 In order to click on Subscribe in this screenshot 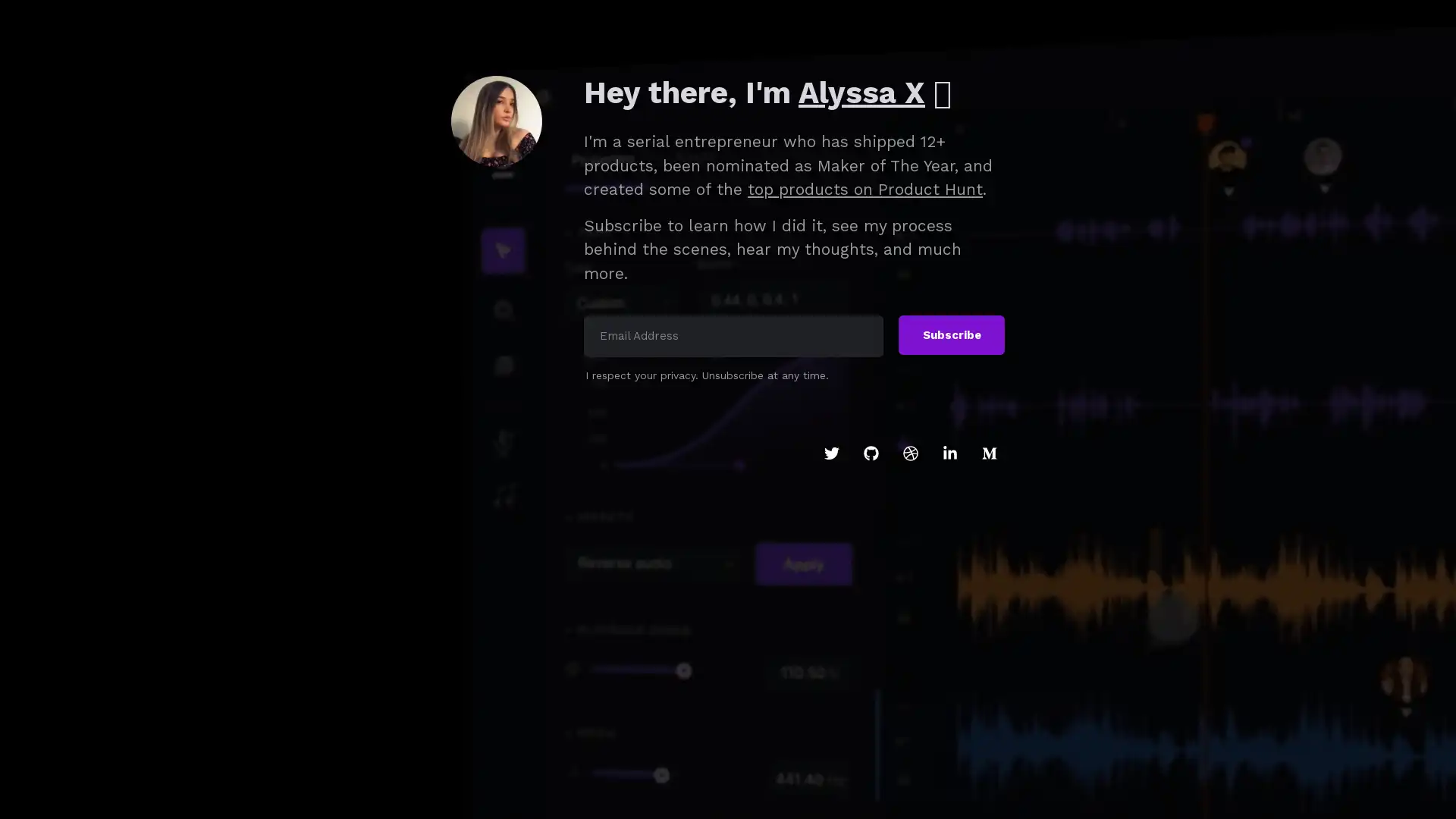, I will do `click(950, 334)`.